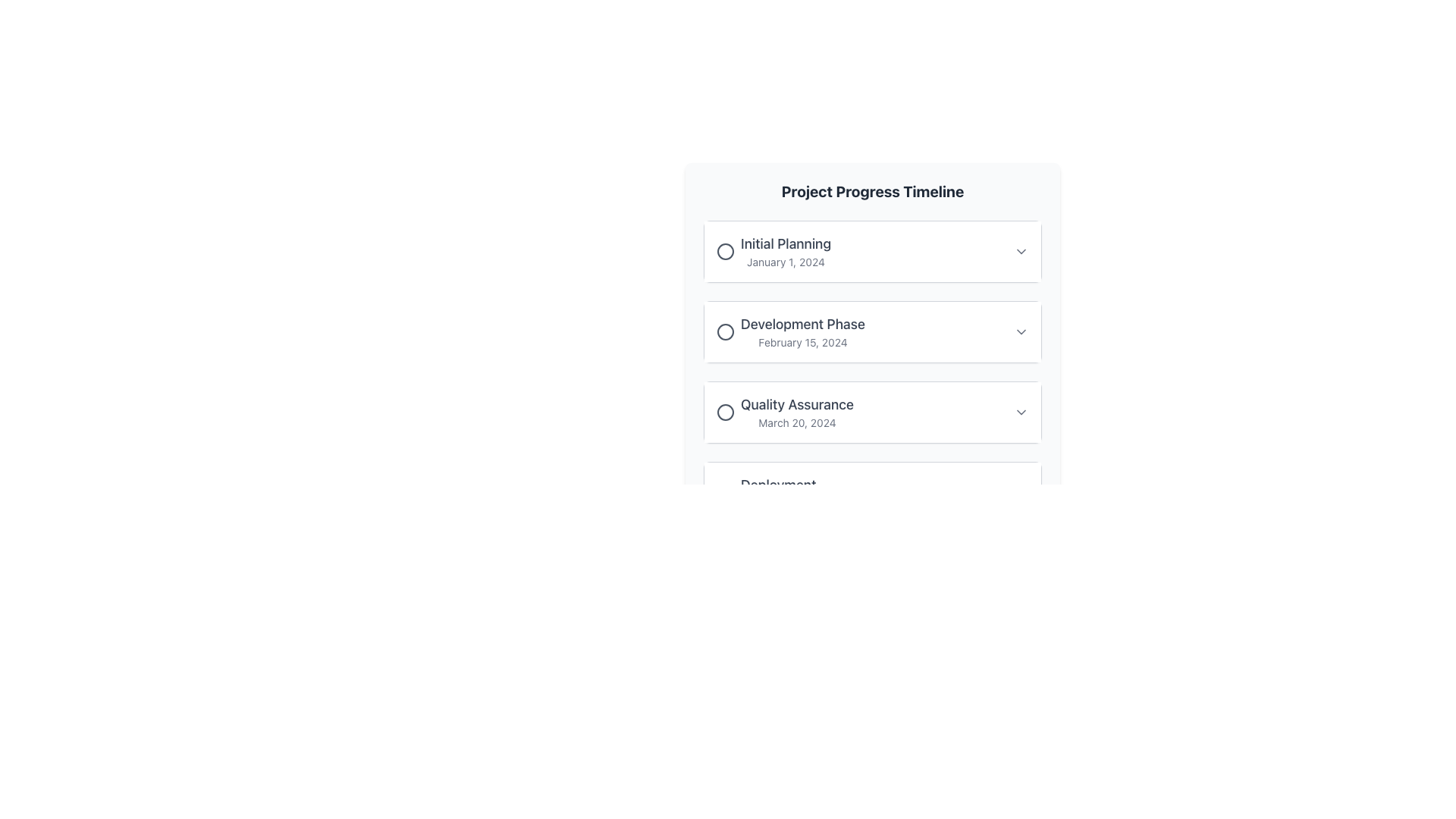 This screenshot has width=1456, height=819. I want to click on the text label displaying 'Development Phase', so click(802, 324).